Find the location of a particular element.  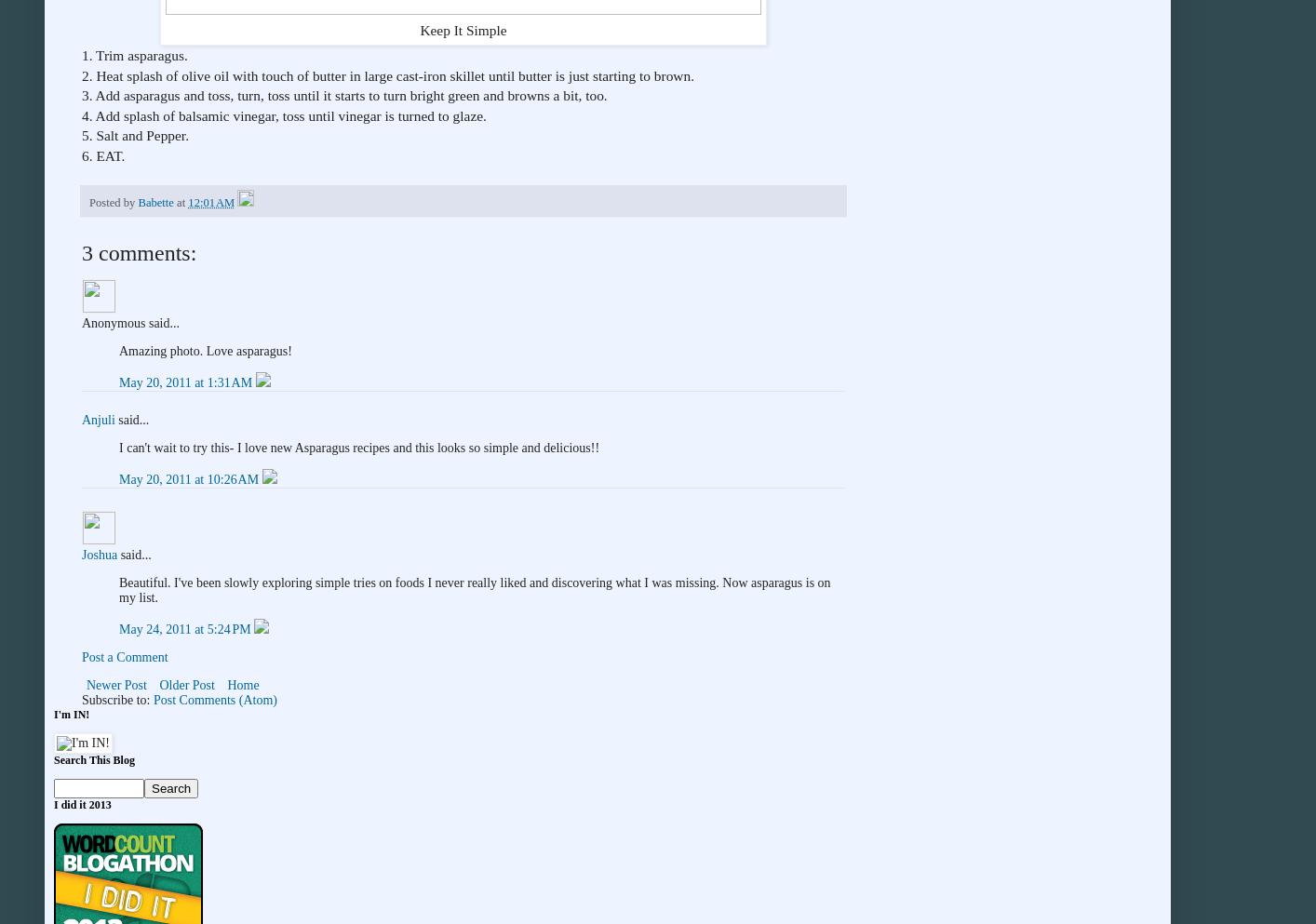

'Keep It Simple' is located at coordinates (419, 28).